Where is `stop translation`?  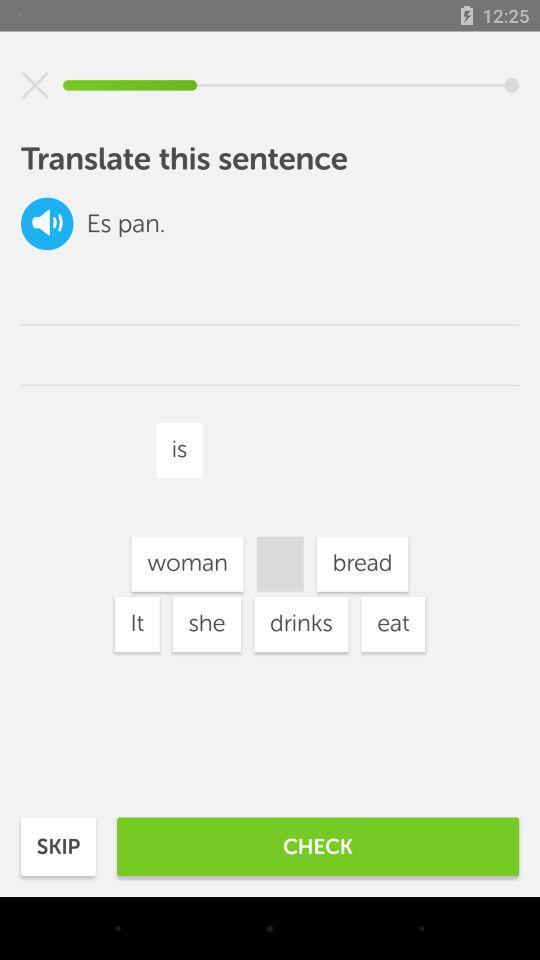
stop translation is located at coordinates (35, 85).